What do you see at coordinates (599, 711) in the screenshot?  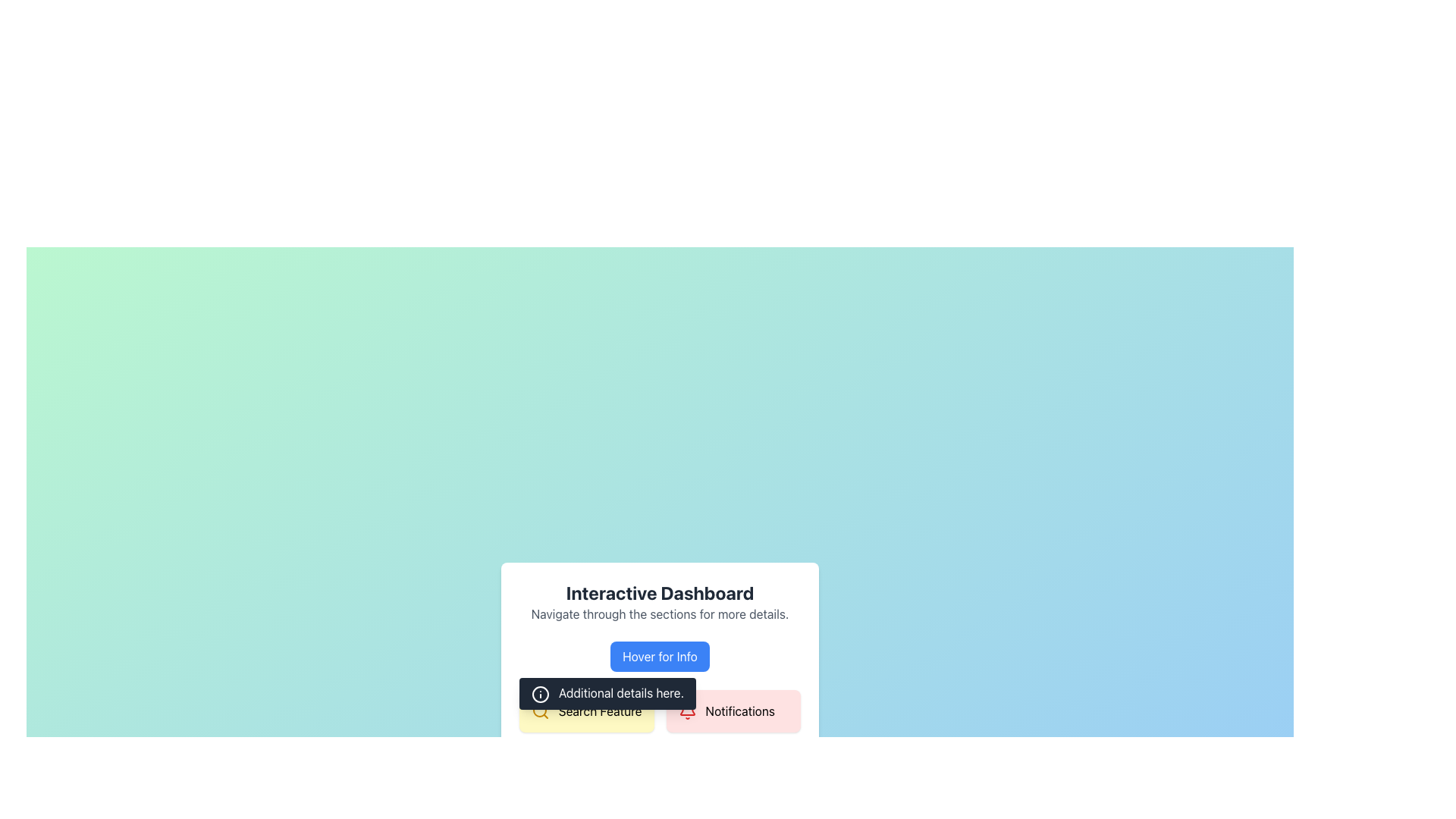 I see `the informative text label located in a rounded rectangle with a yellow background, positioned below the tooltip labeled 'Additional details here.' and to the left of the 'Notifications' button` at bounding box center [599, 711].